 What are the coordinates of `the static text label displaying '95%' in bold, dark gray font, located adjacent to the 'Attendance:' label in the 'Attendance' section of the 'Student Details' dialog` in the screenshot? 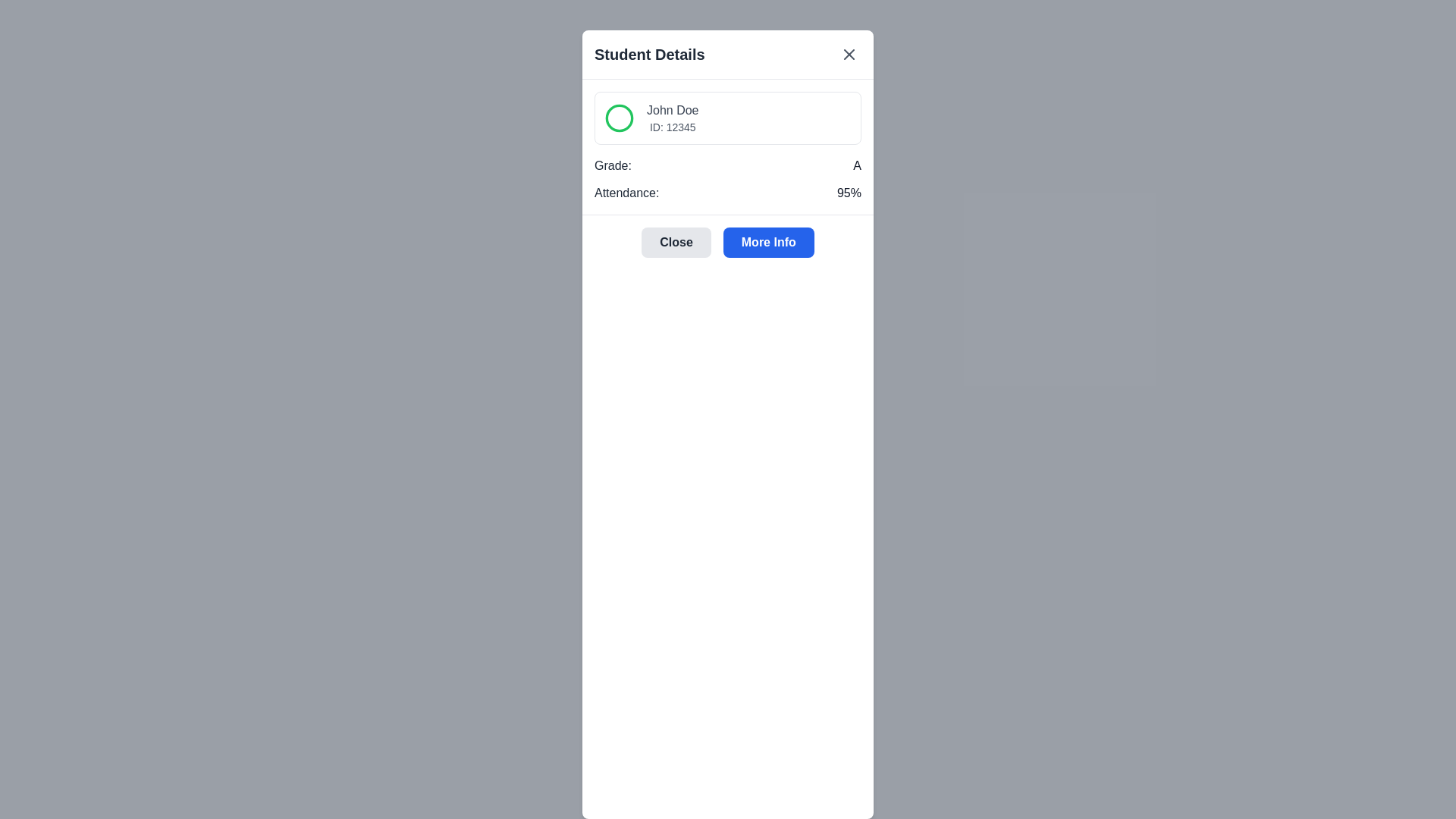 It's located at (848, 192).